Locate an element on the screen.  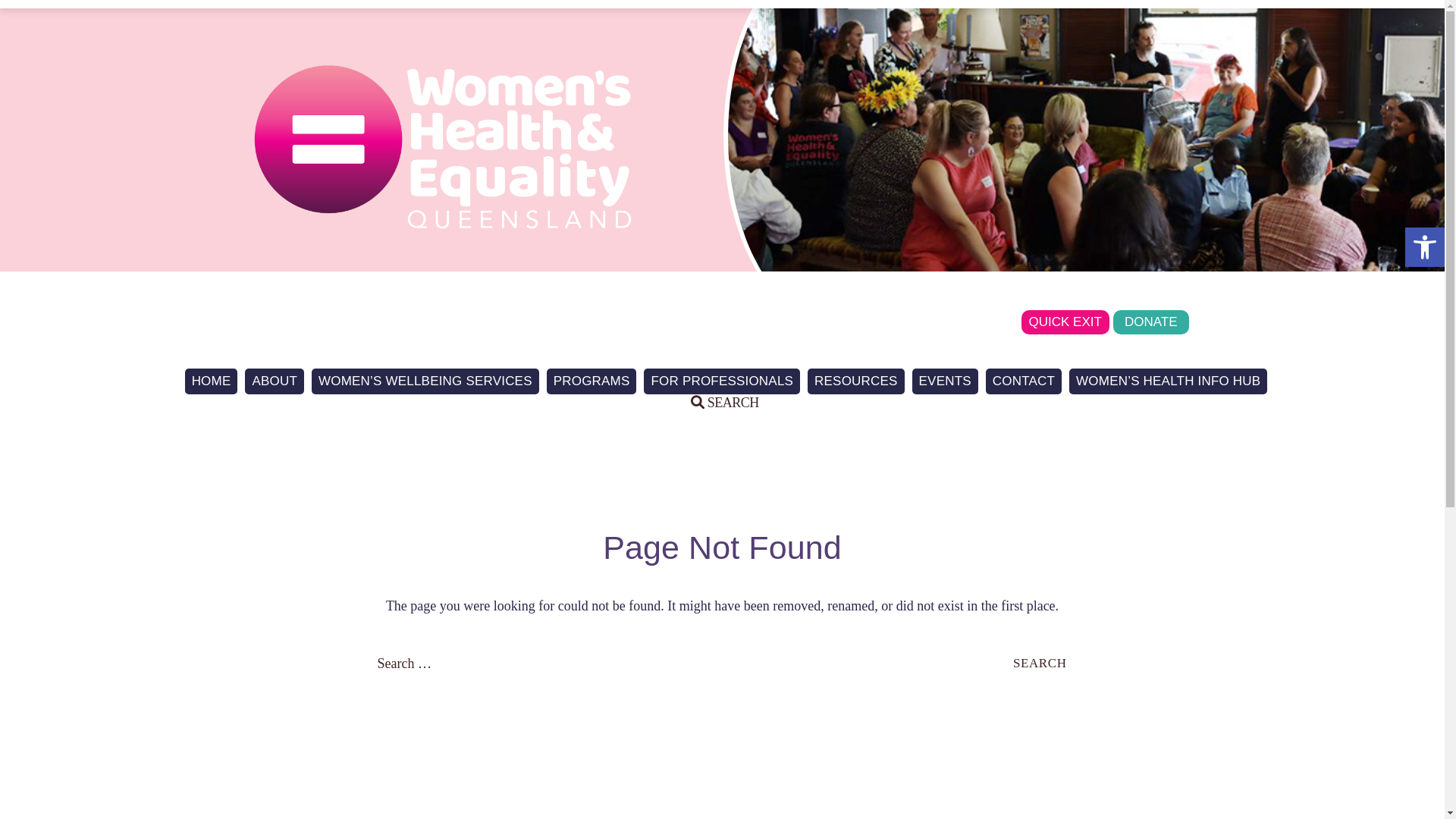
'CONTACT' is located at coordinates (986, 380).